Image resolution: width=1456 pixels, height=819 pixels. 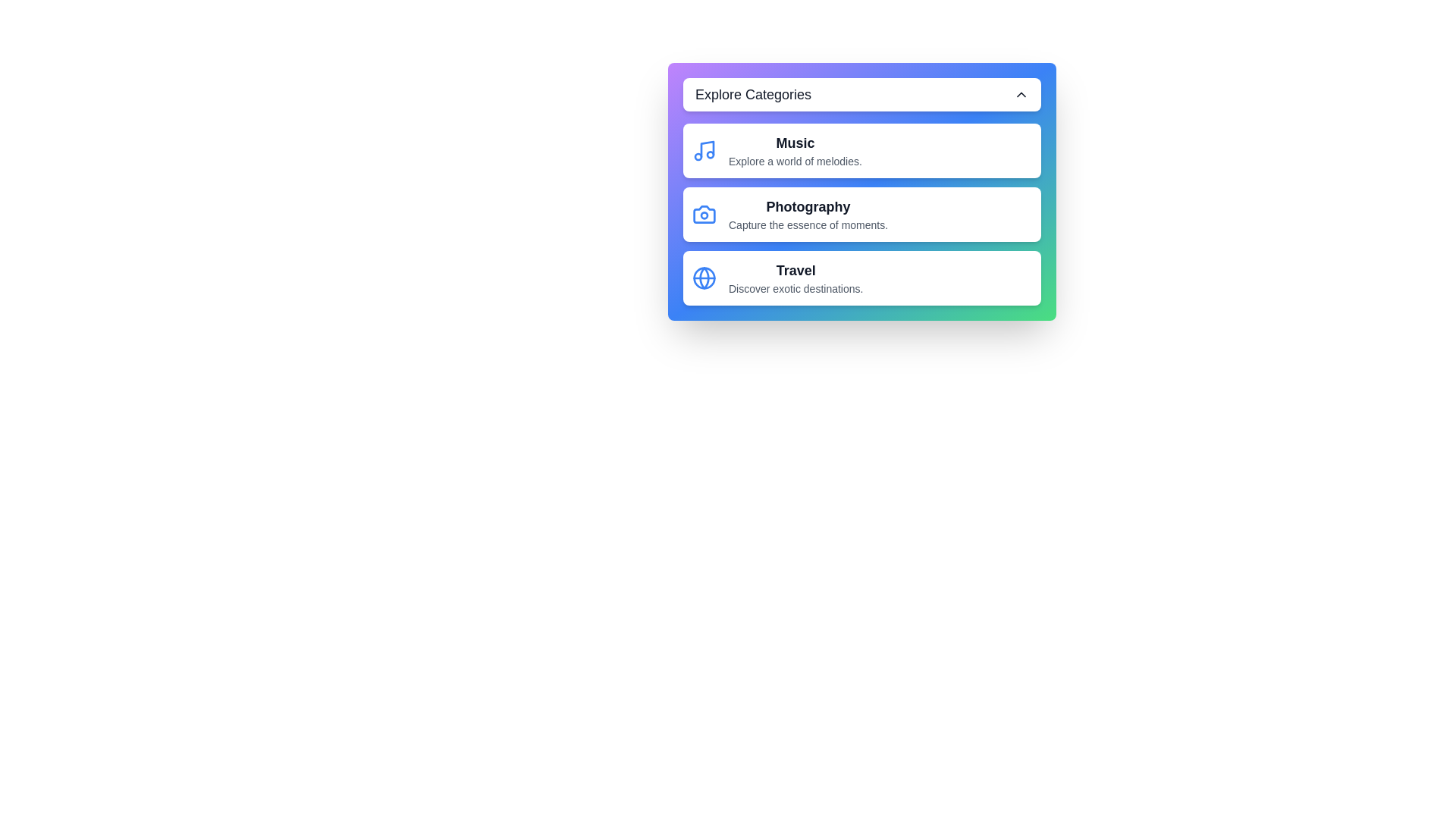 What do you see at coordinates (862, 94) in the screenshot?
I see `the 'Explore Categories' button to toggle the menu visibility` at bounding box center [862, 94].